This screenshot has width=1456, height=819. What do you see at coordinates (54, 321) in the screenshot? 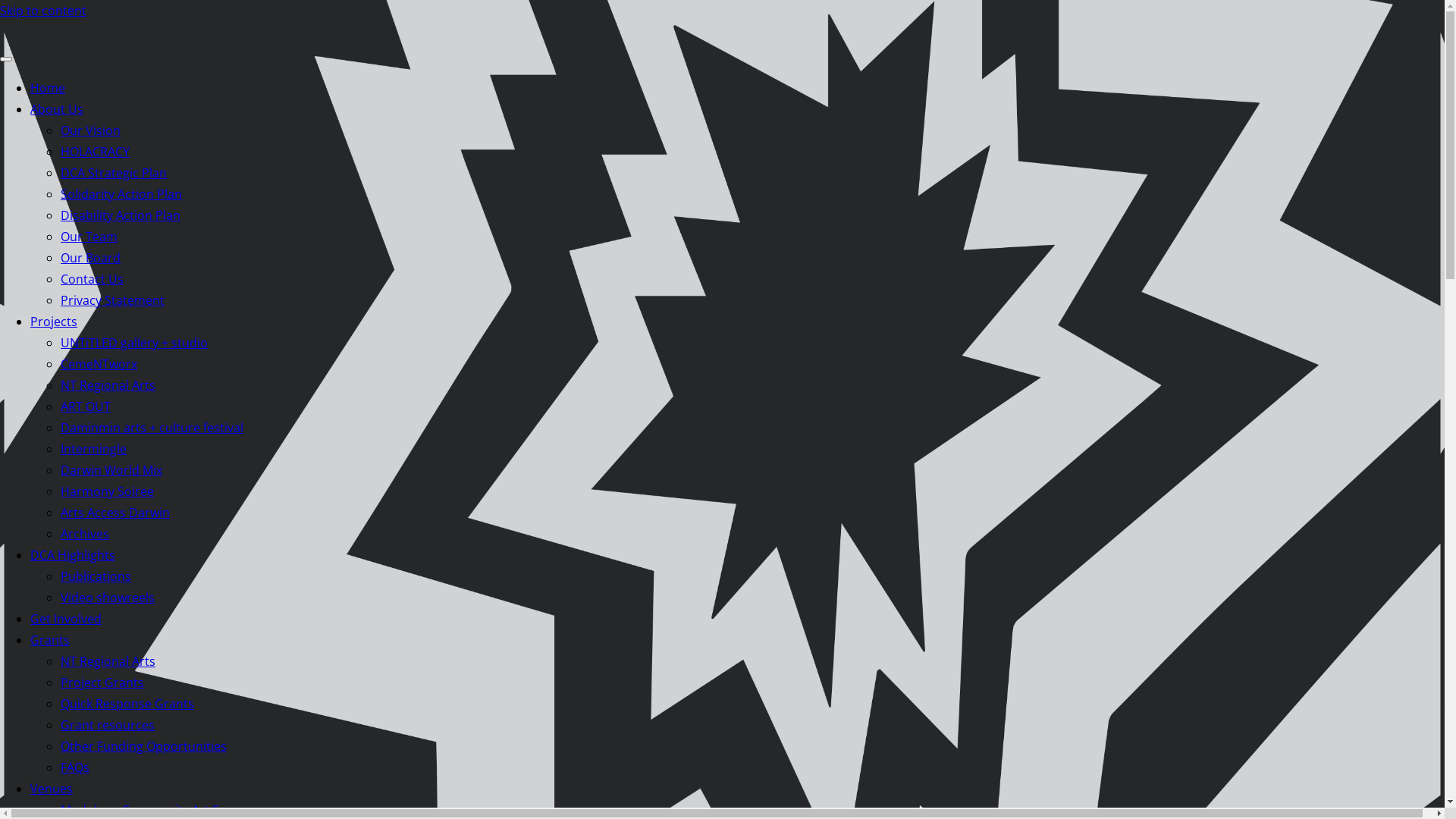
I see `'Projects'` at bounding box center [54, 321].